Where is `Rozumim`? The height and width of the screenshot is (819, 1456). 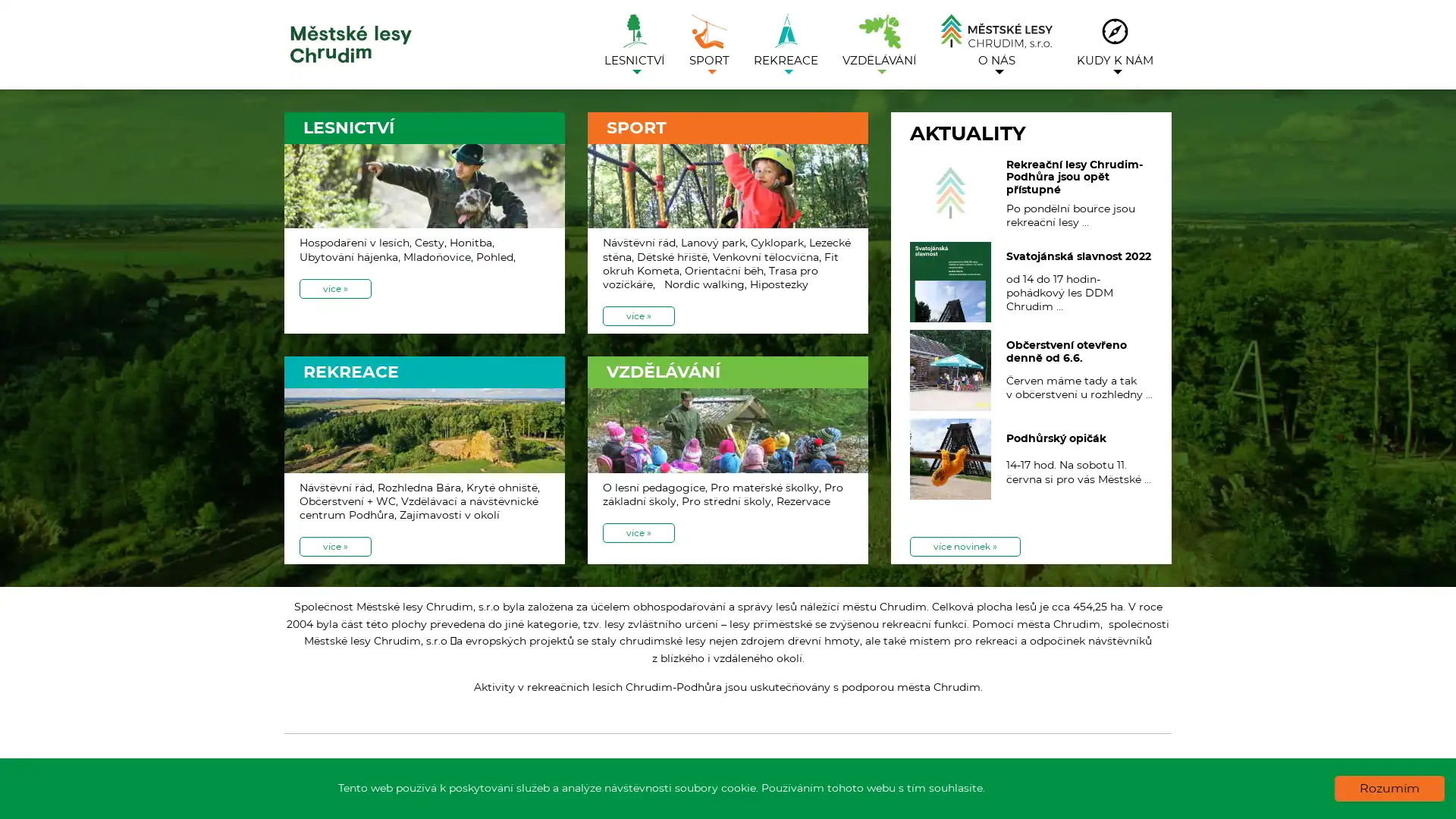 Rozumim is located at coordinates (1389, 788).